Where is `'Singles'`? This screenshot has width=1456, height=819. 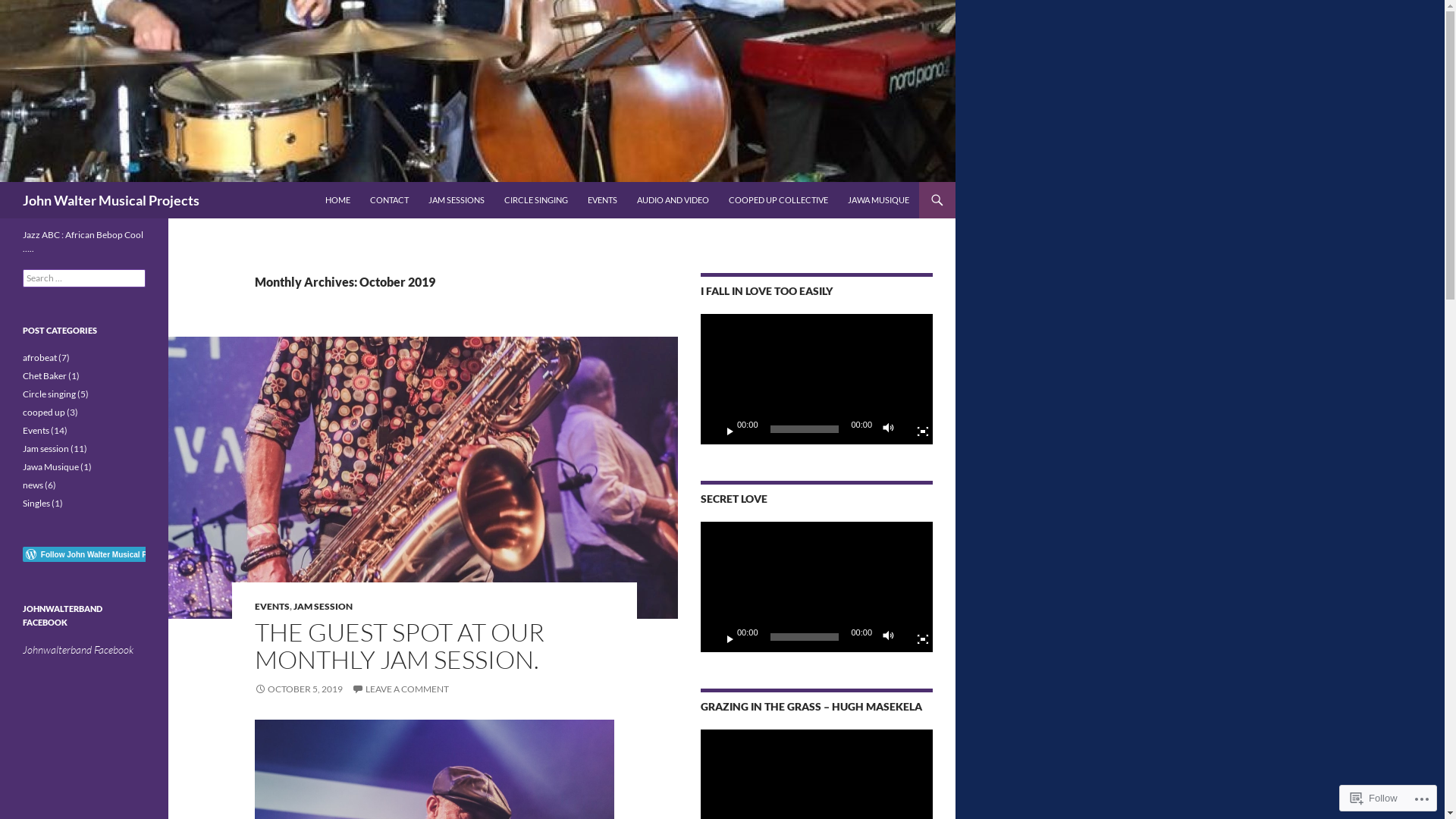
'Singles' is located at coordinates (36, 503).